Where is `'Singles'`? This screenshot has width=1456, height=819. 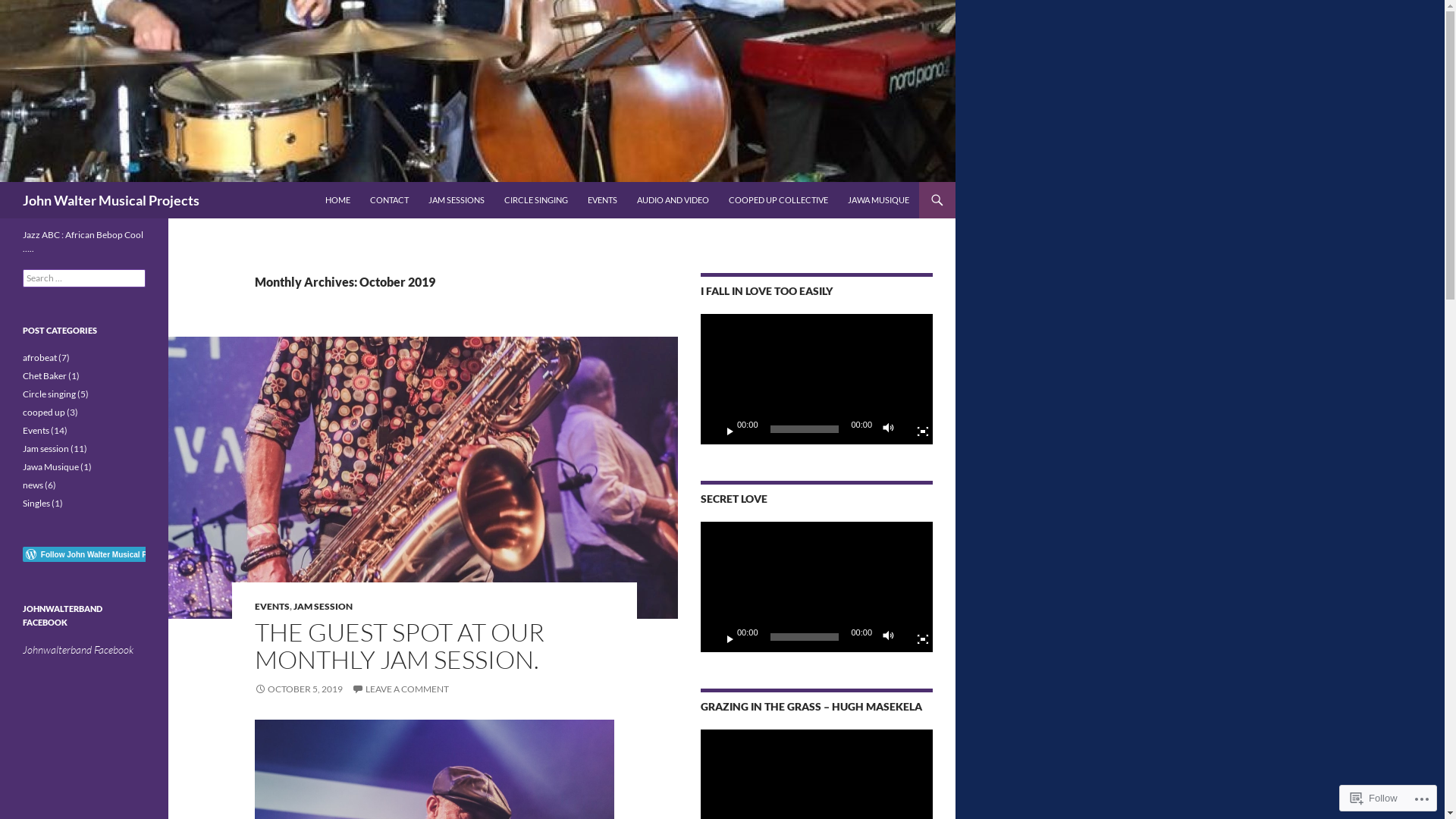
'Singles' is located at coordinates (36, 503).